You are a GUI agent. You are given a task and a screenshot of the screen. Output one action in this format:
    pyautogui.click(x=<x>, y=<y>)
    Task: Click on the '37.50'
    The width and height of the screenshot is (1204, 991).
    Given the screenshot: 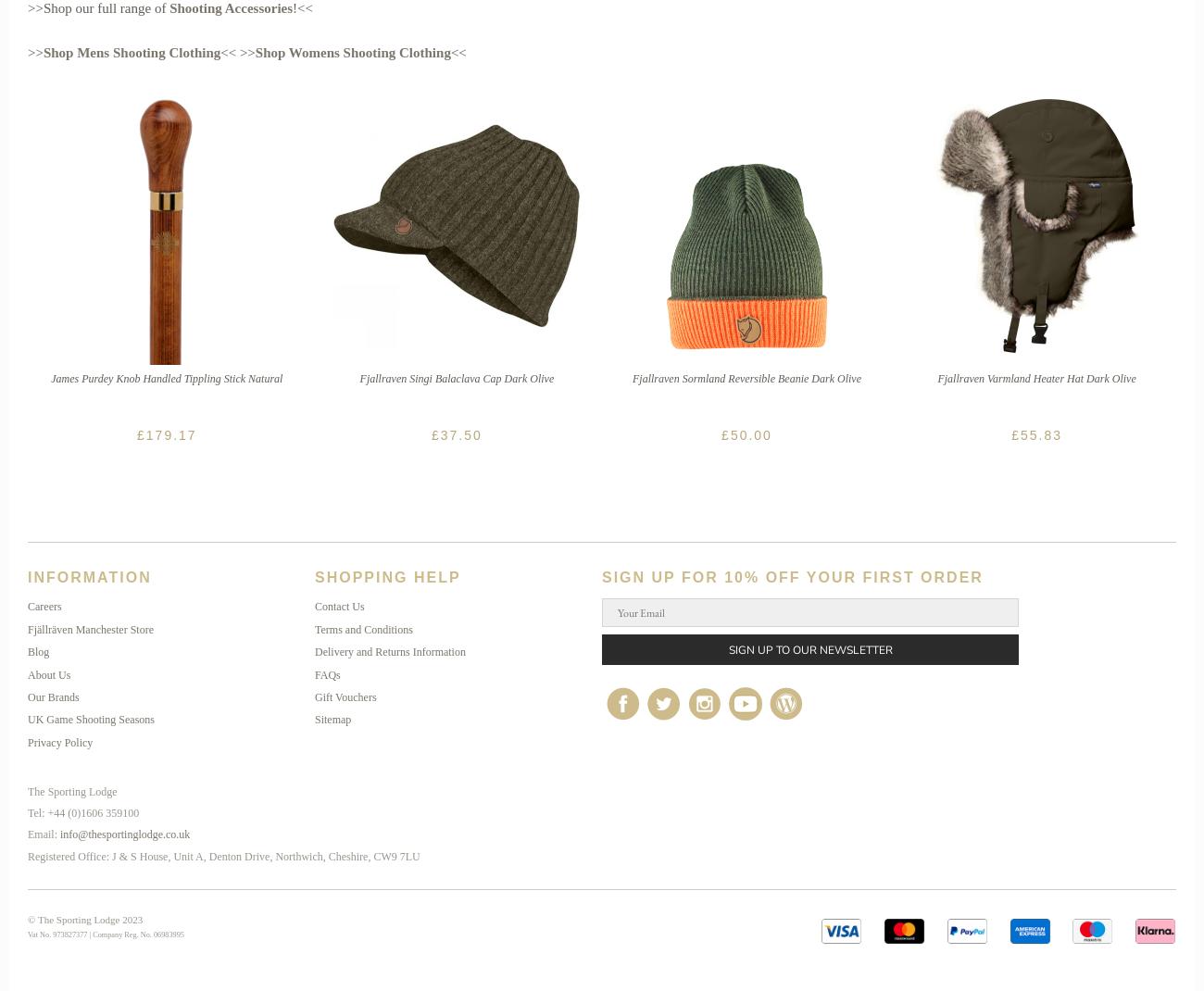 What is the action you would take?
    pyautogui.click(x=460, y=435)
    